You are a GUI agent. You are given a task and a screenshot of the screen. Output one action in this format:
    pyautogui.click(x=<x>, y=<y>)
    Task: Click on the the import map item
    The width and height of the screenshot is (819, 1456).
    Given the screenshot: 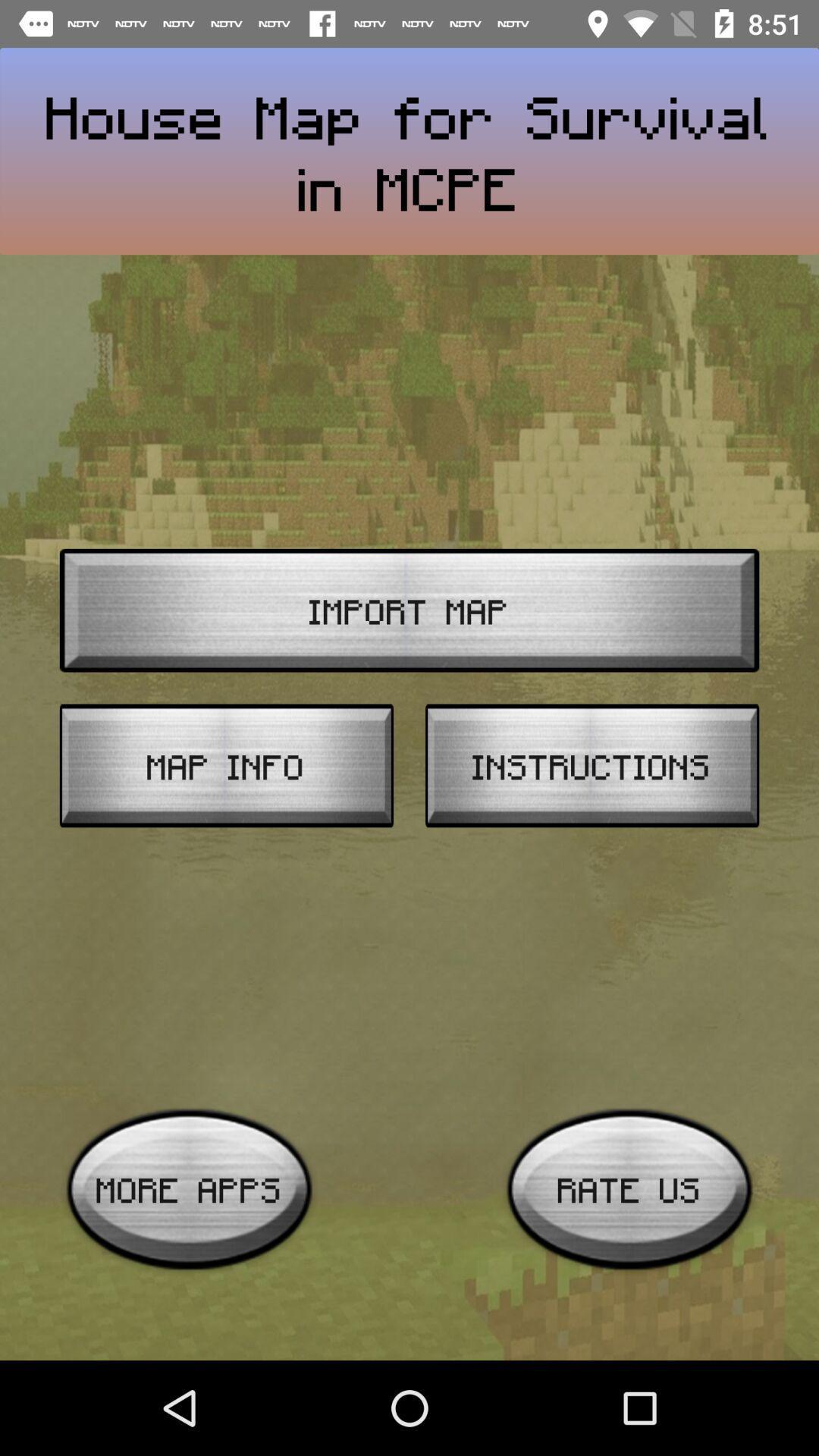 What is the action you would take?
    pyautogui.click(x=409, y=610)
    